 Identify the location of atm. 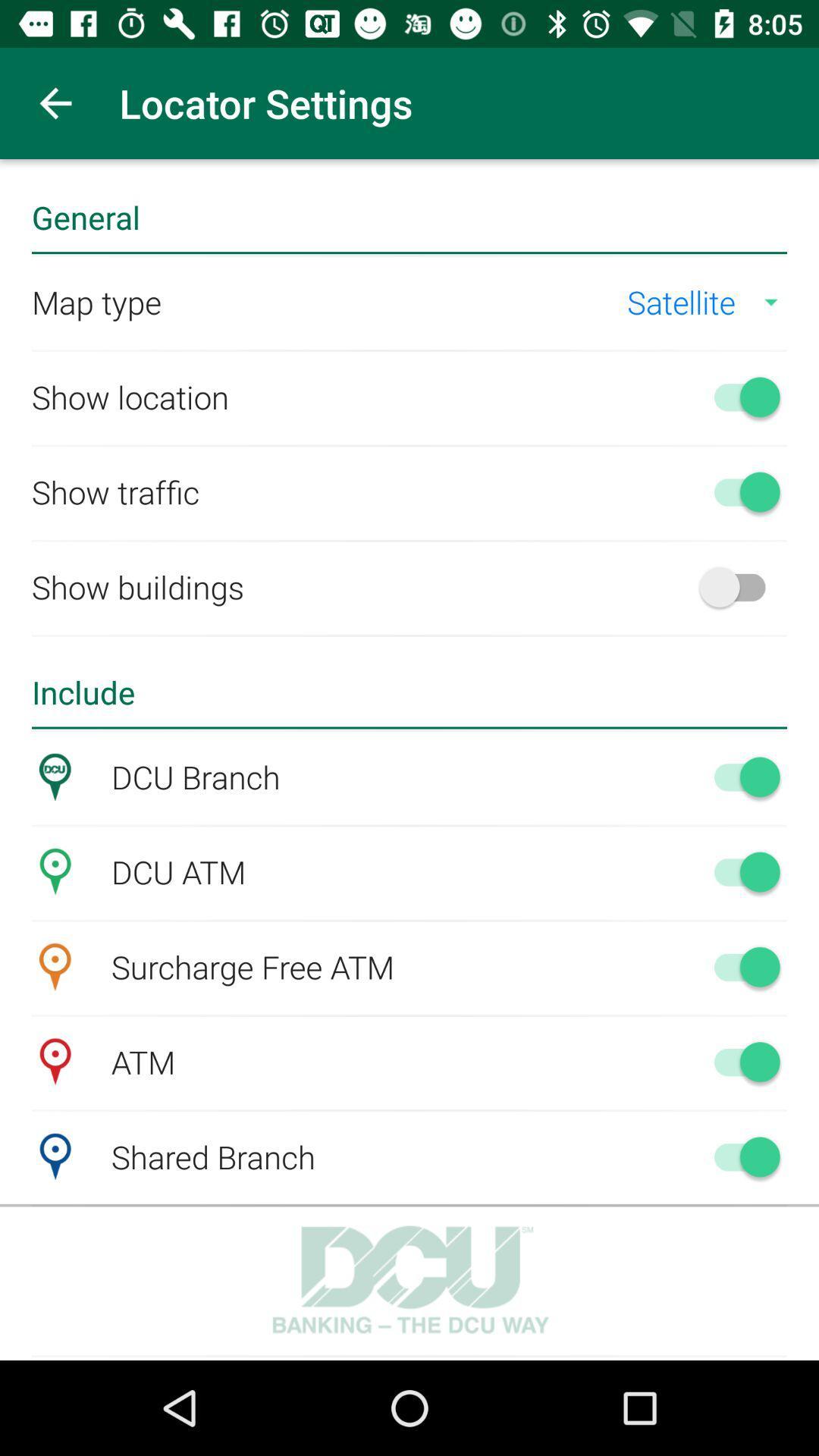
(739, 1061).